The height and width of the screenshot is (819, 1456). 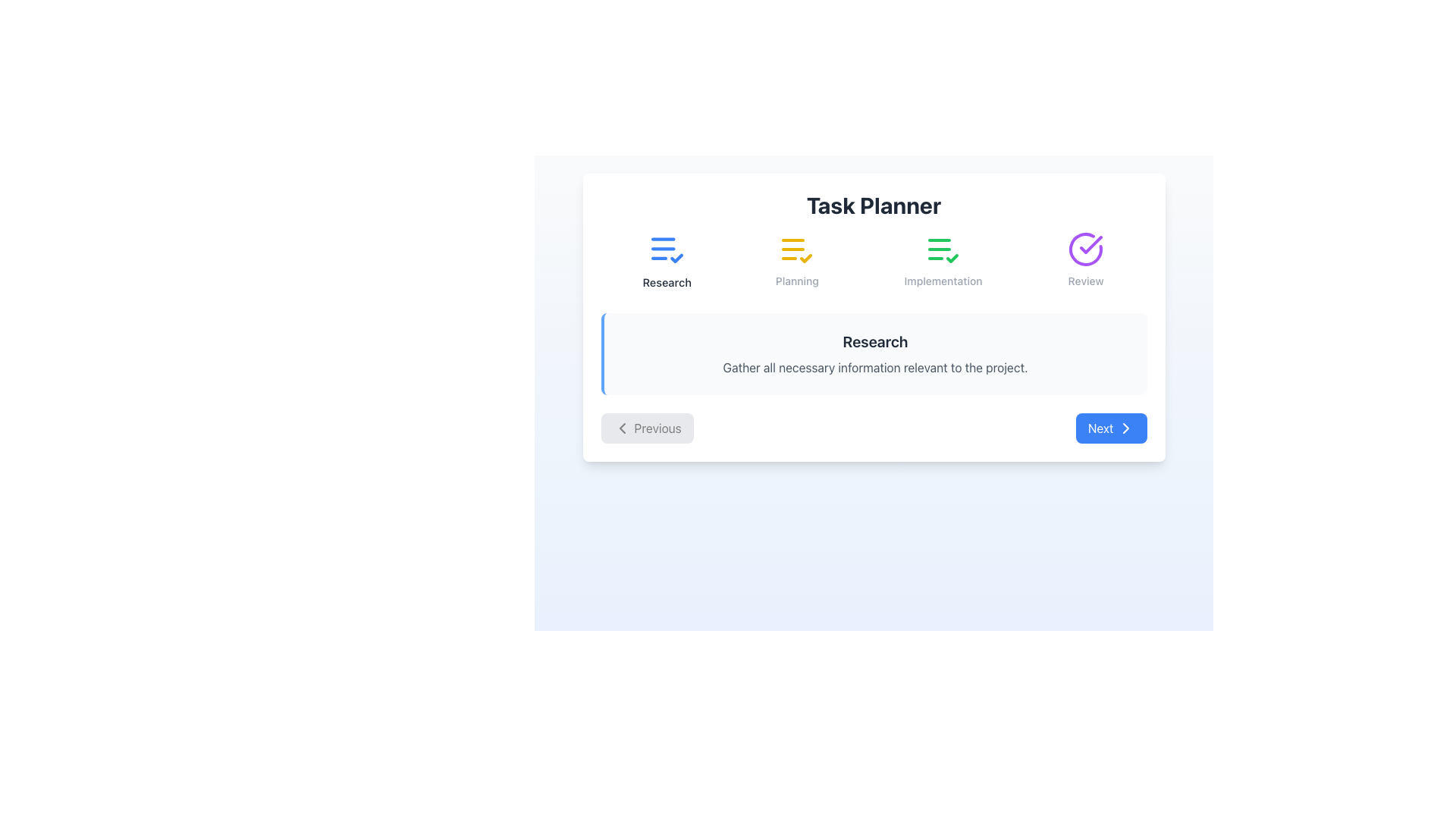 I want to click on the 'Next' button that contains the right-pointing chevron arrow icon, which is styled with a white stroke on a transparent background, located at the bottom-right corner of the layout, so click(x=1125, y=428).